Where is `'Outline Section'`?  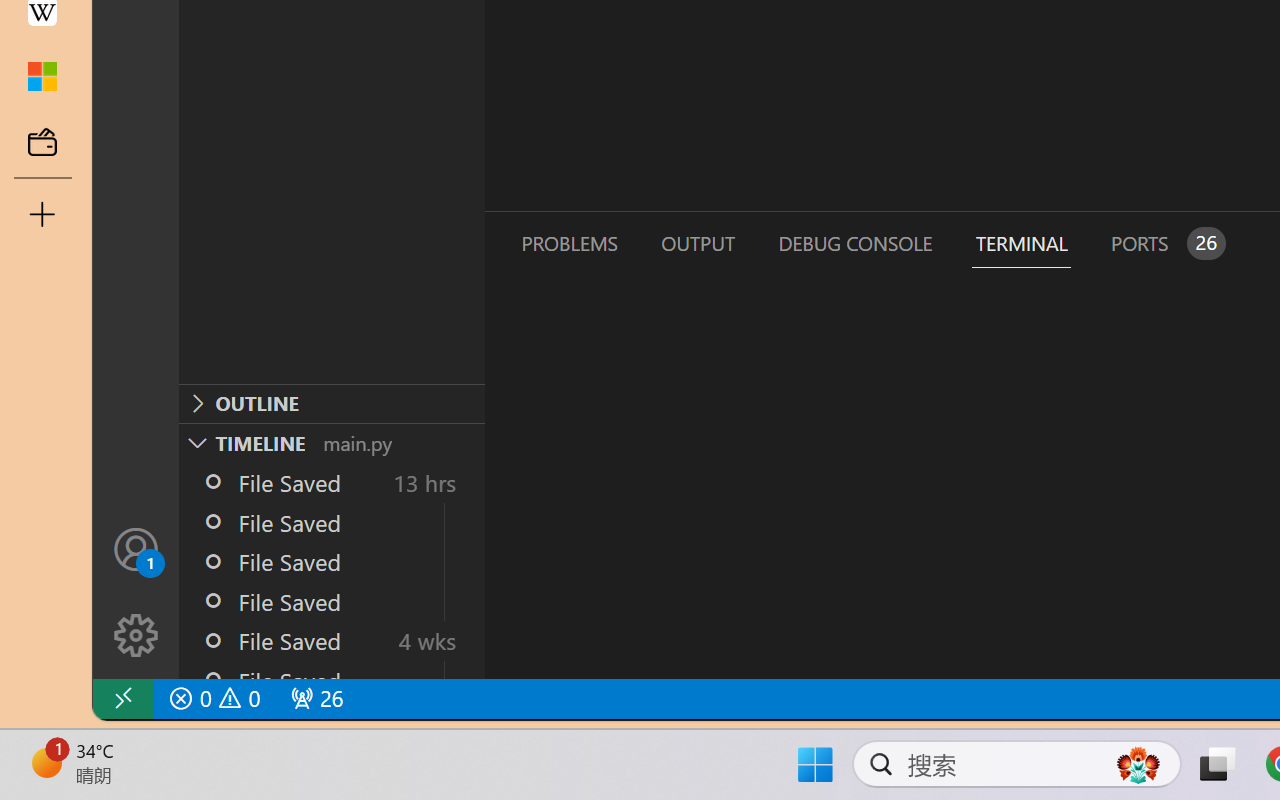
'Outline Section' is located at coordinates (331, 403).